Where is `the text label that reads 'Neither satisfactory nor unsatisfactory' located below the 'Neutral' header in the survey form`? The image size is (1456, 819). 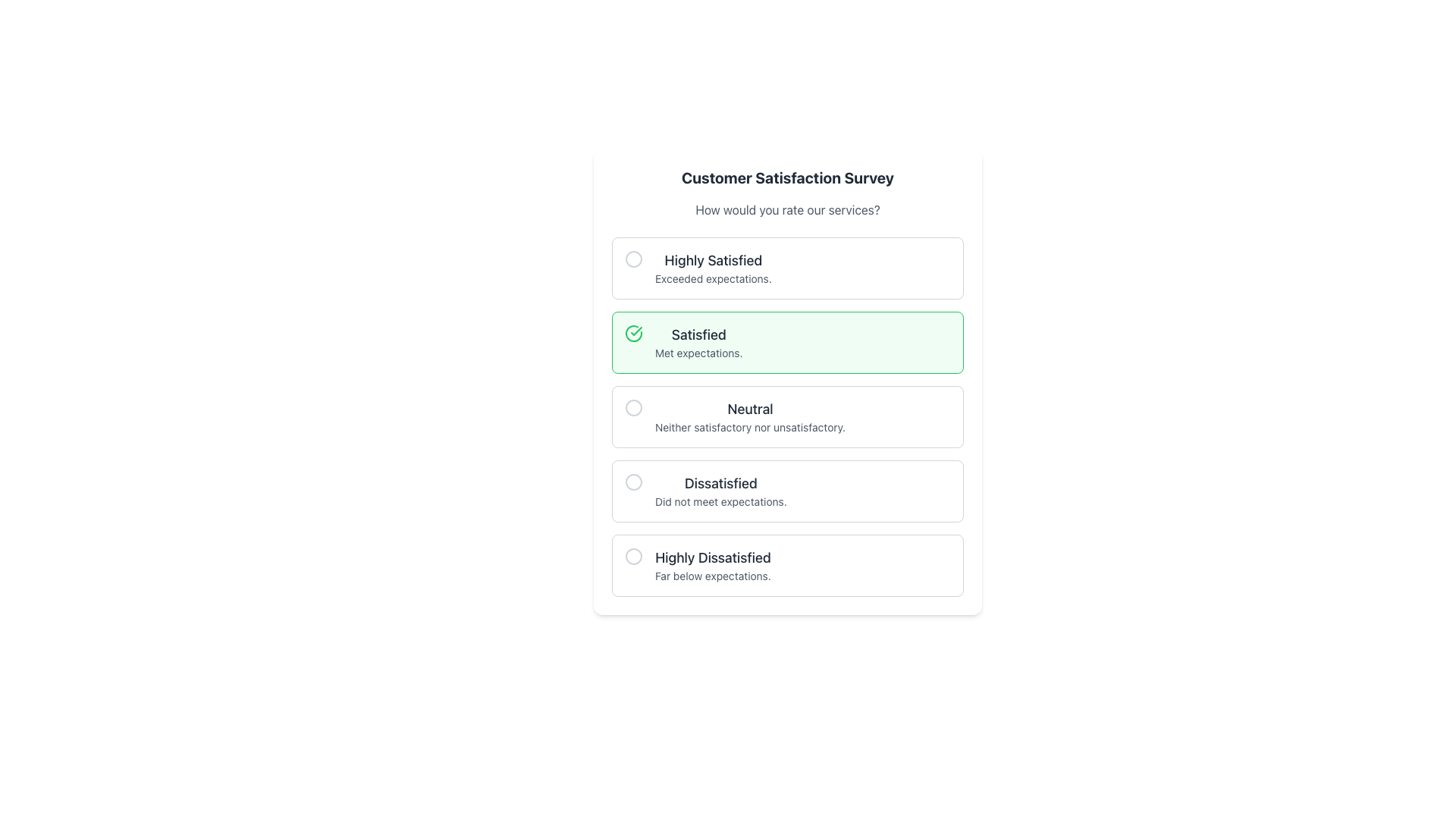
the text label that reads 'Neither satisfactory nor unsatisfactory' located below the 'Neutral' header in the survey form is located at coordinates (750, 427).